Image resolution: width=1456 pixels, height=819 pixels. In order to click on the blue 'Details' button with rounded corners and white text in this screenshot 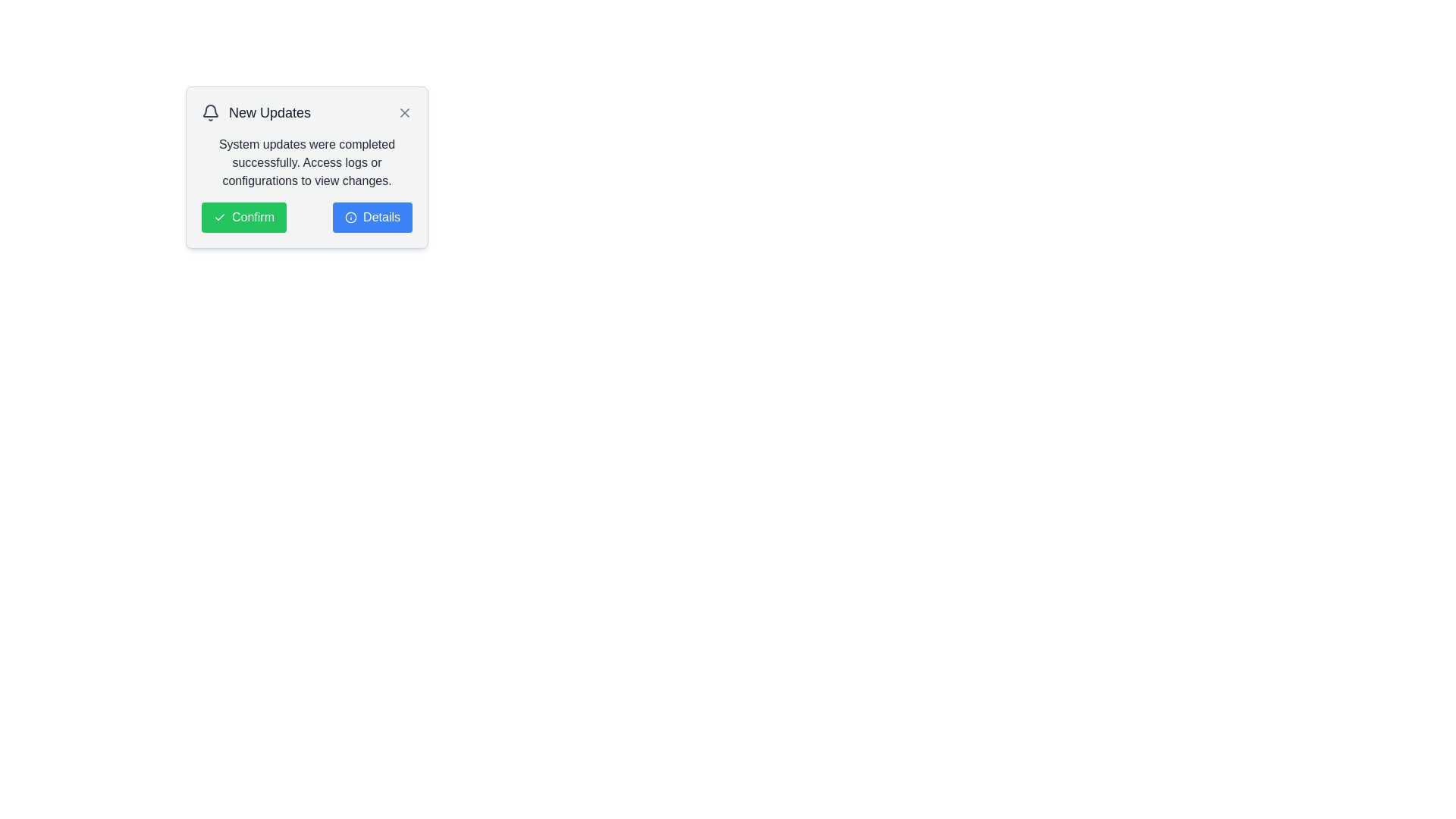, I will do `click(372, 217)`.